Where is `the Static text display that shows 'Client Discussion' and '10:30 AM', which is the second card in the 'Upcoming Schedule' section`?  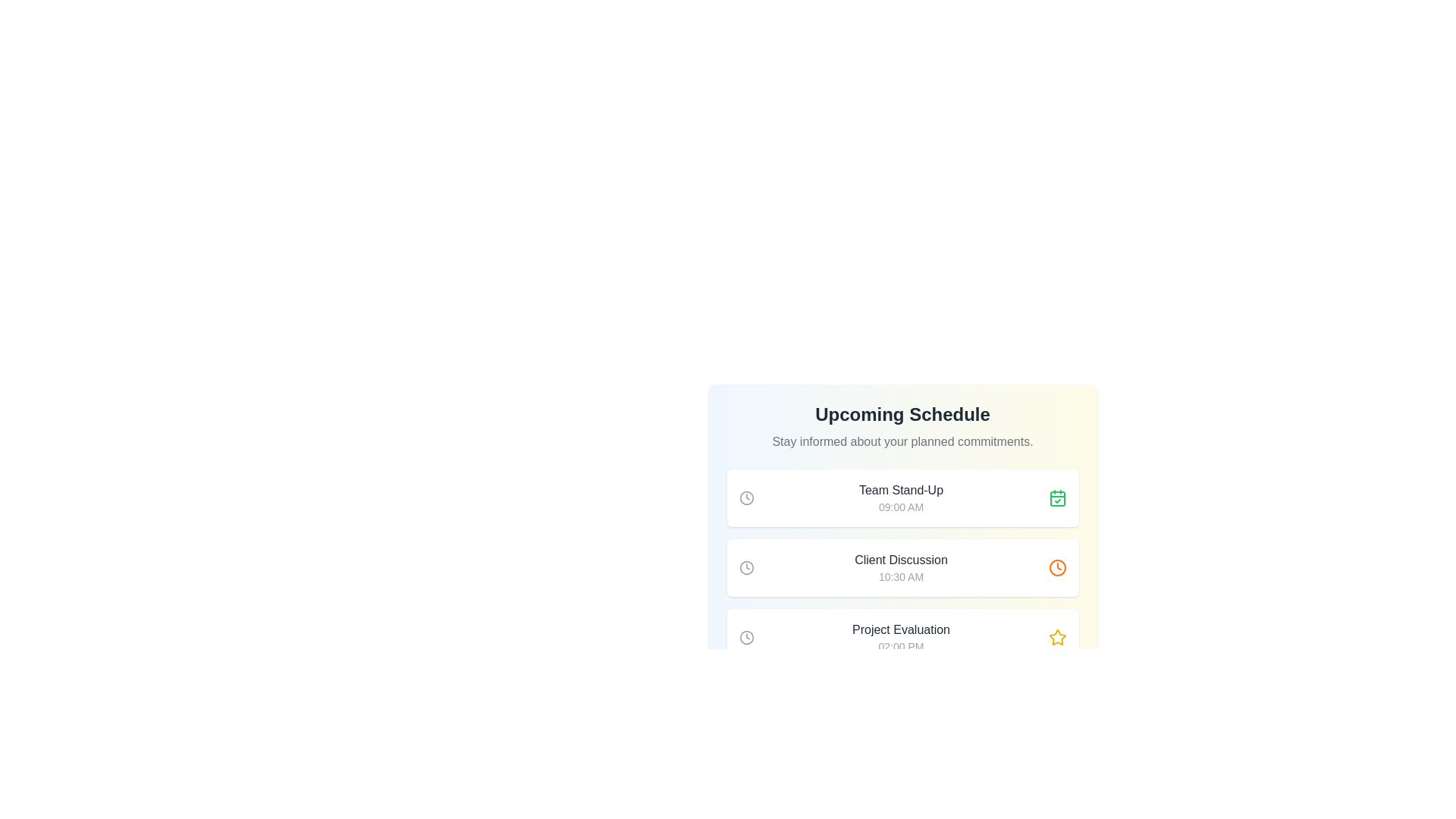 the Static text display that shows 'Client Discussion' and '10:30 AM', which is the second card in the 'Upcoming Schedule' section is located at coordinates (901, 567).